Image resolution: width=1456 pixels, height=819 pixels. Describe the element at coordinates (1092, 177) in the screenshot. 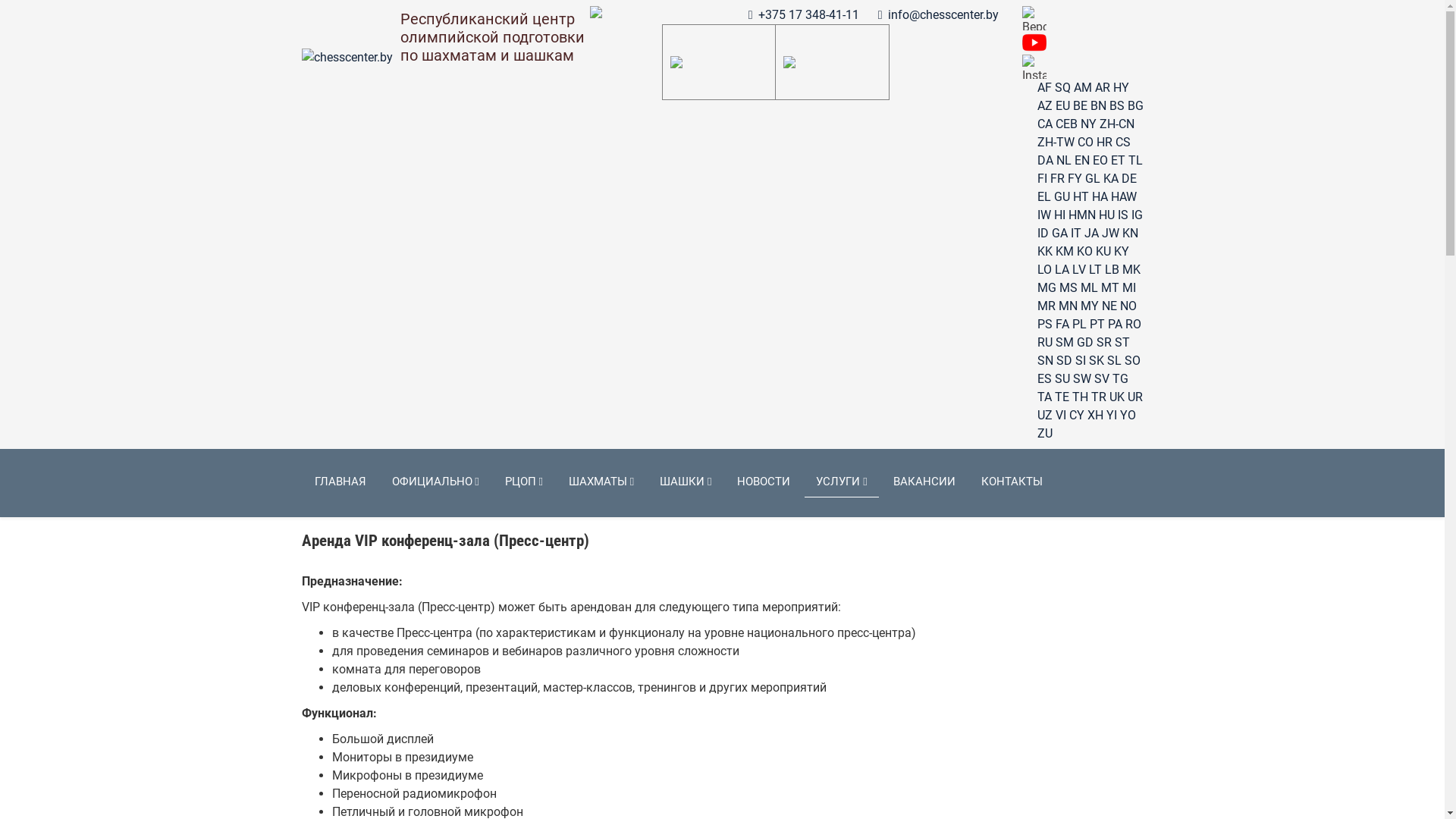

I see `'GL'` at that location.